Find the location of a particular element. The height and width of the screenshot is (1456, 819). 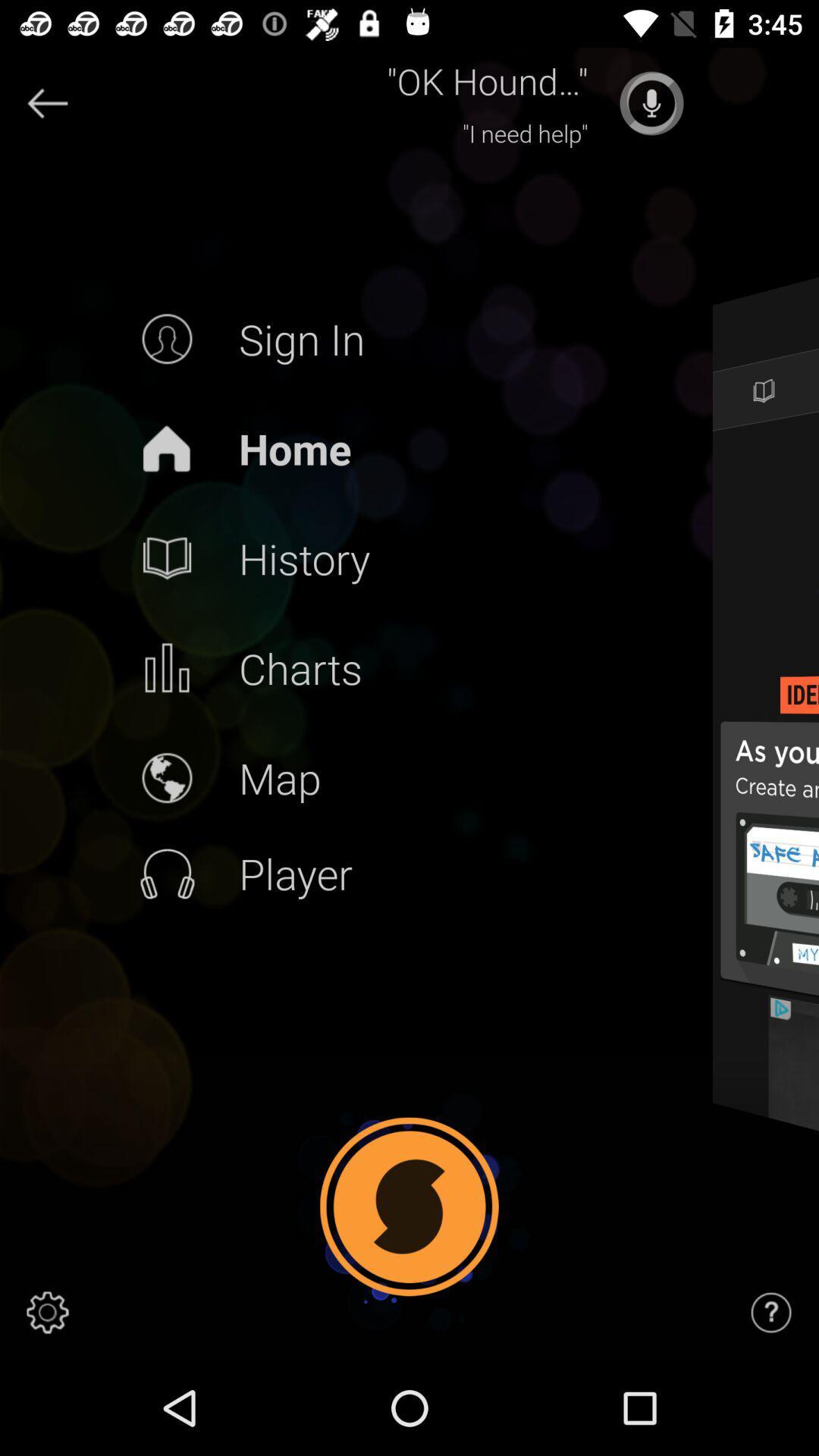

the settings icon is located at coordinates (46, 1312).